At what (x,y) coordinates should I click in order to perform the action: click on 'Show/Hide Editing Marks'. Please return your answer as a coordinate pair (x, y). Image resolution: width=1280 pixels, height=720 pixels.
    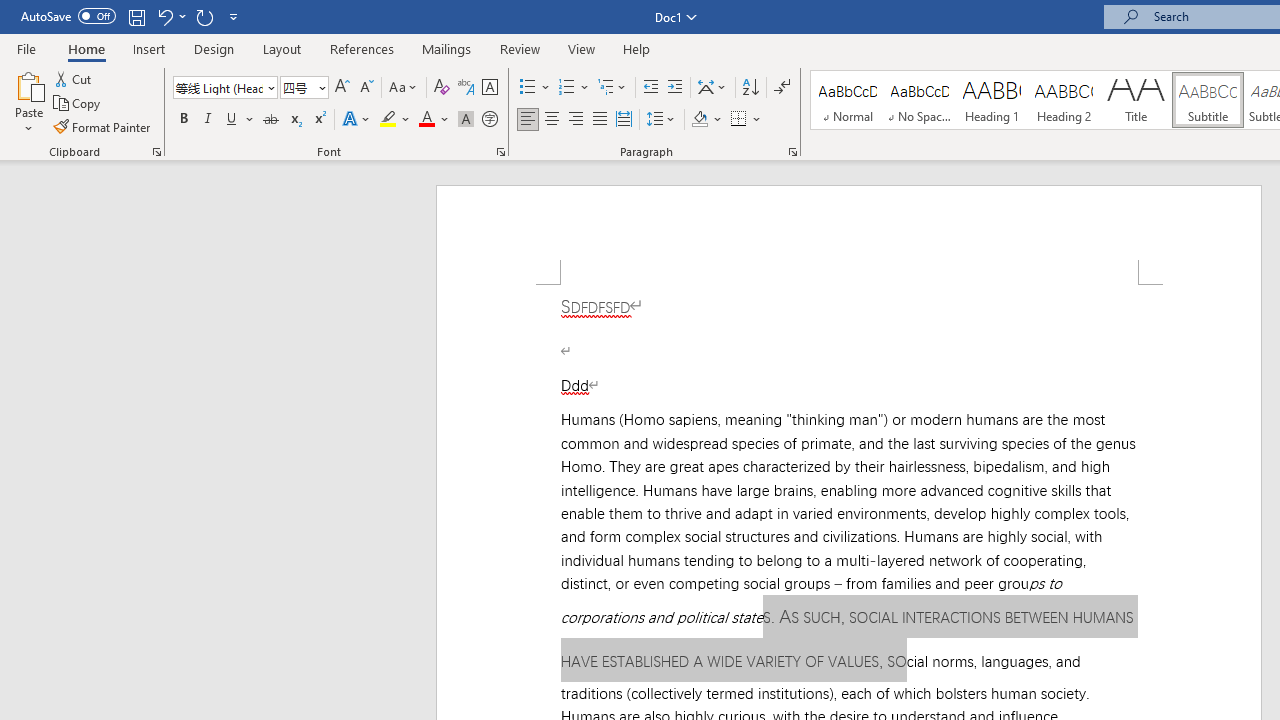
    Looking at the image, I should click on (781, 86).